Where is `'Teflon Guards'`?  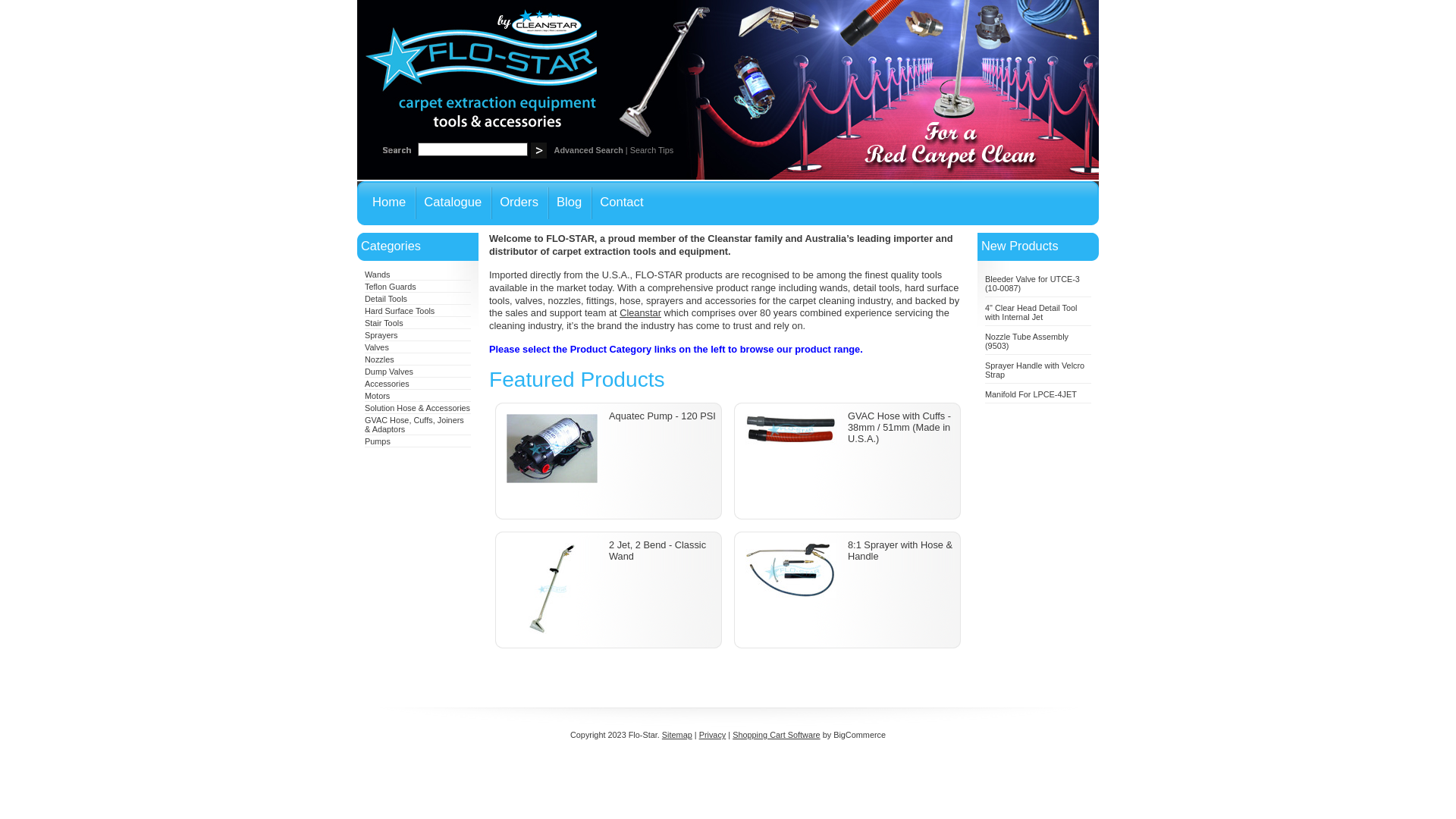
'Teflon Guards' is located at coordinates (390, 287).